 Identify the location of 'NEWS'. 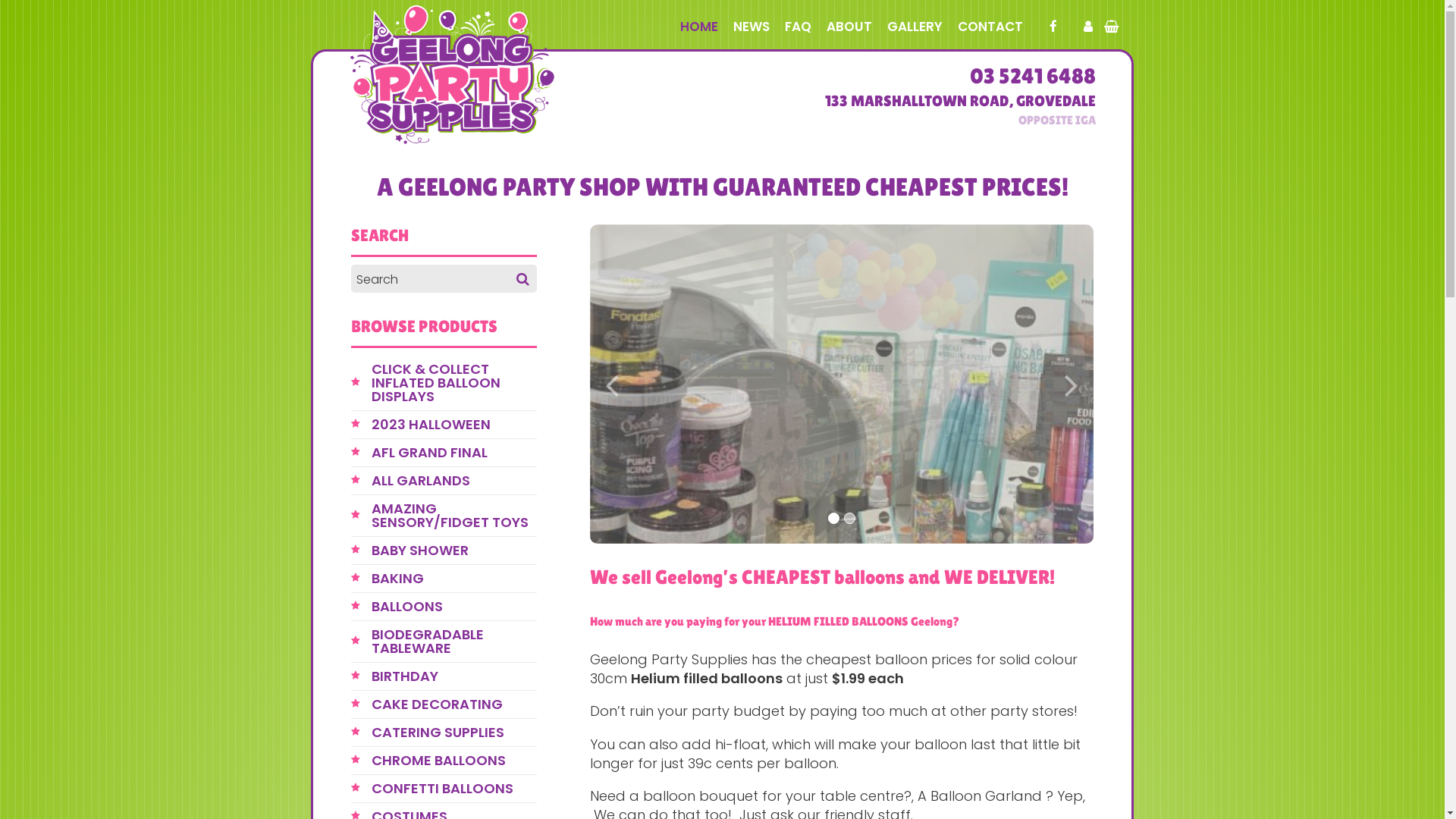
(751, 26).